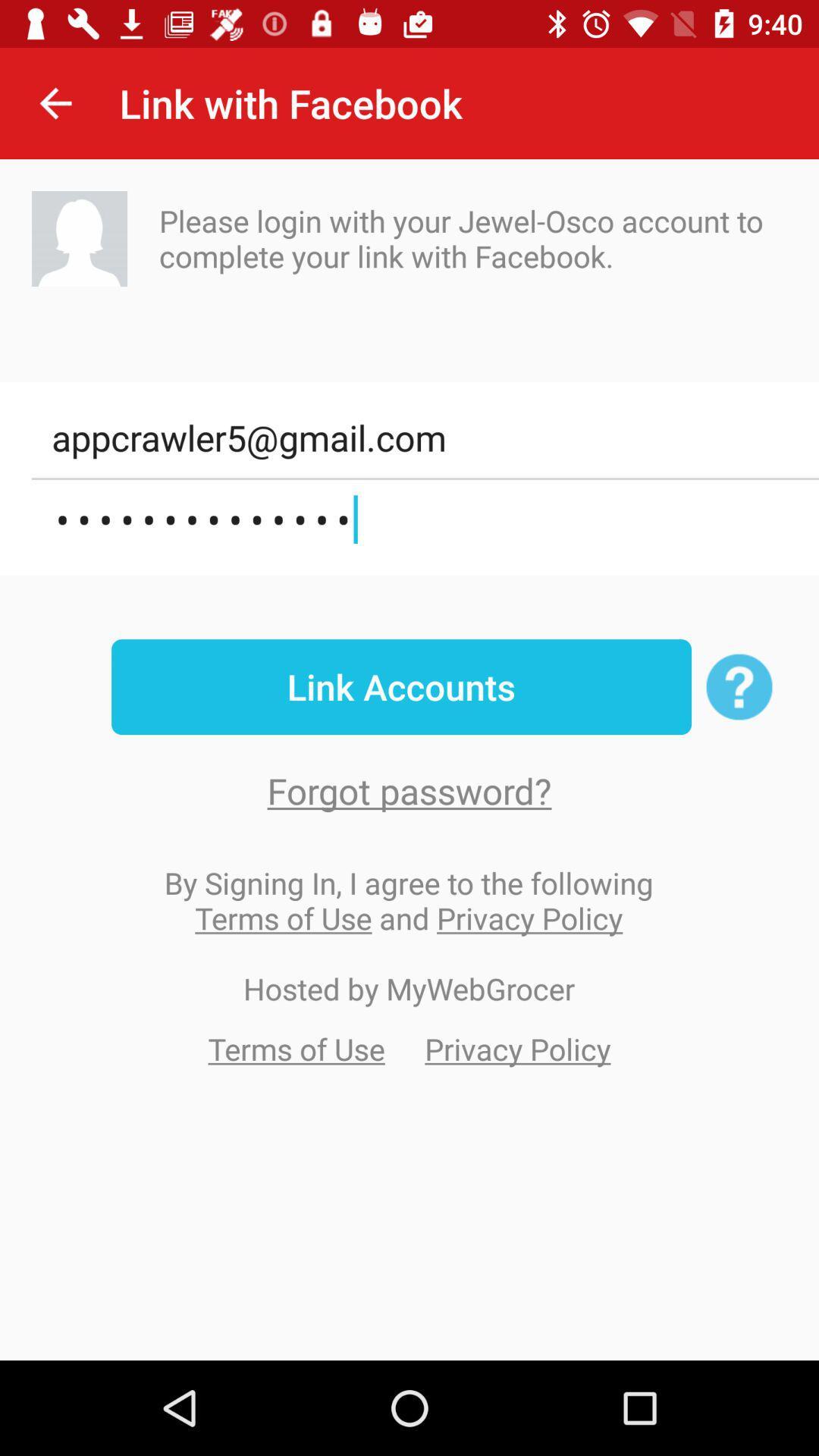 The height and width of the screenshot is (1456, 819). I want to click on the forgot password? item, so click(409, 789).